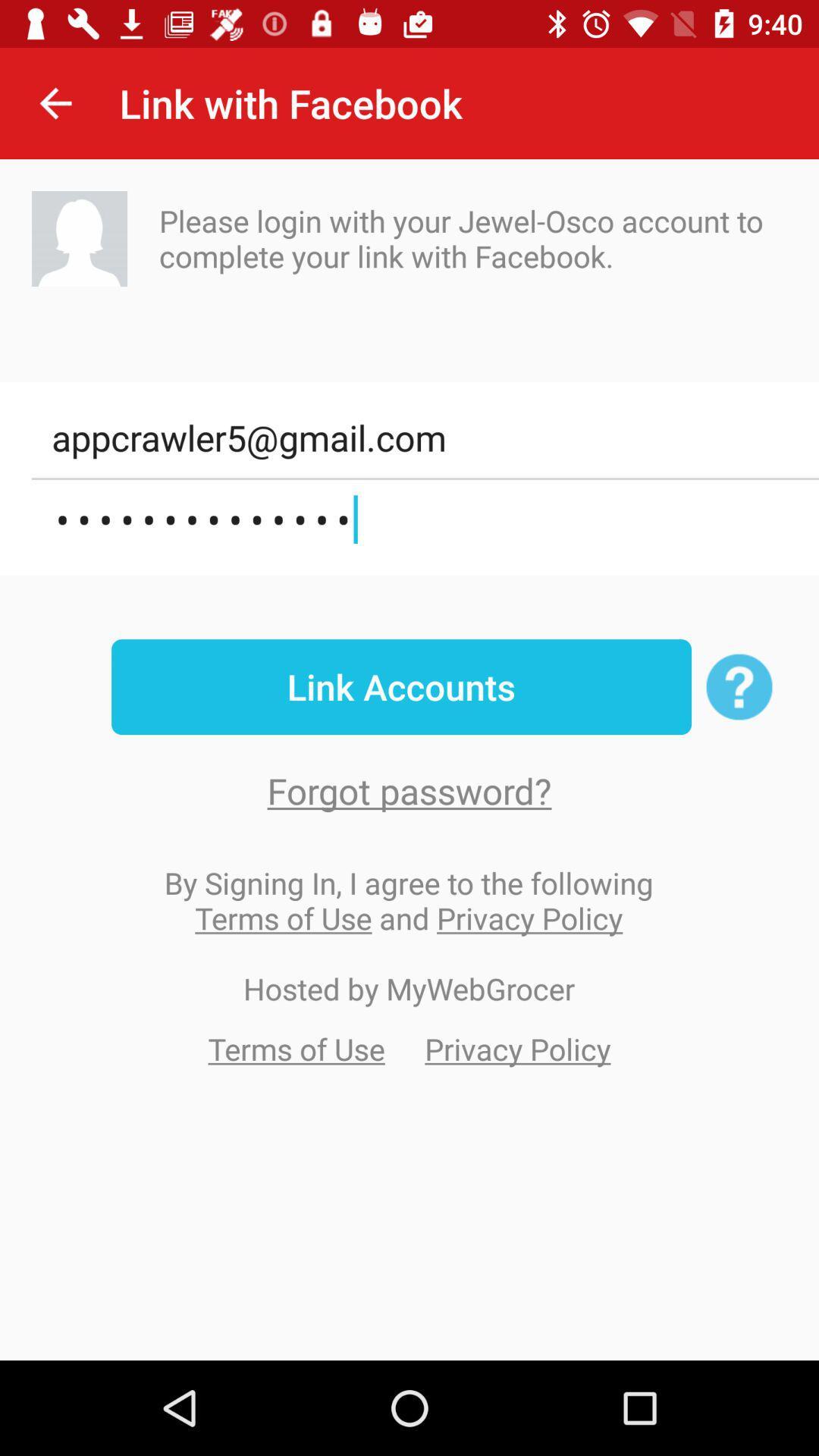 The height and width of the screenshot is (1456, 819). I want to click on the forgot password? item, so click(409, 789).